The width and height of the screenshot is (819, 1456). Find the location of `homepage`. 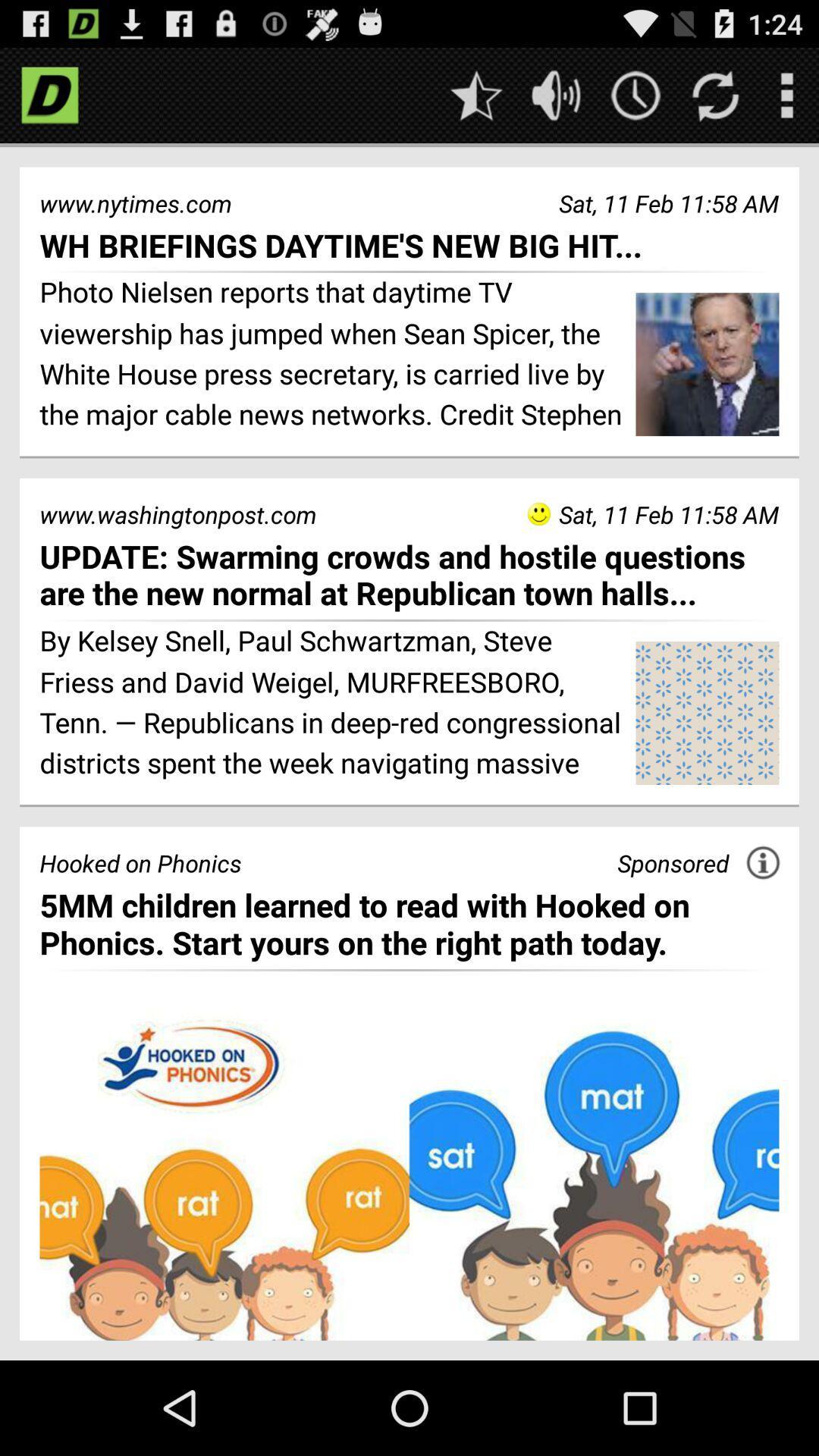

homepage is located at coordinates (49, 94).